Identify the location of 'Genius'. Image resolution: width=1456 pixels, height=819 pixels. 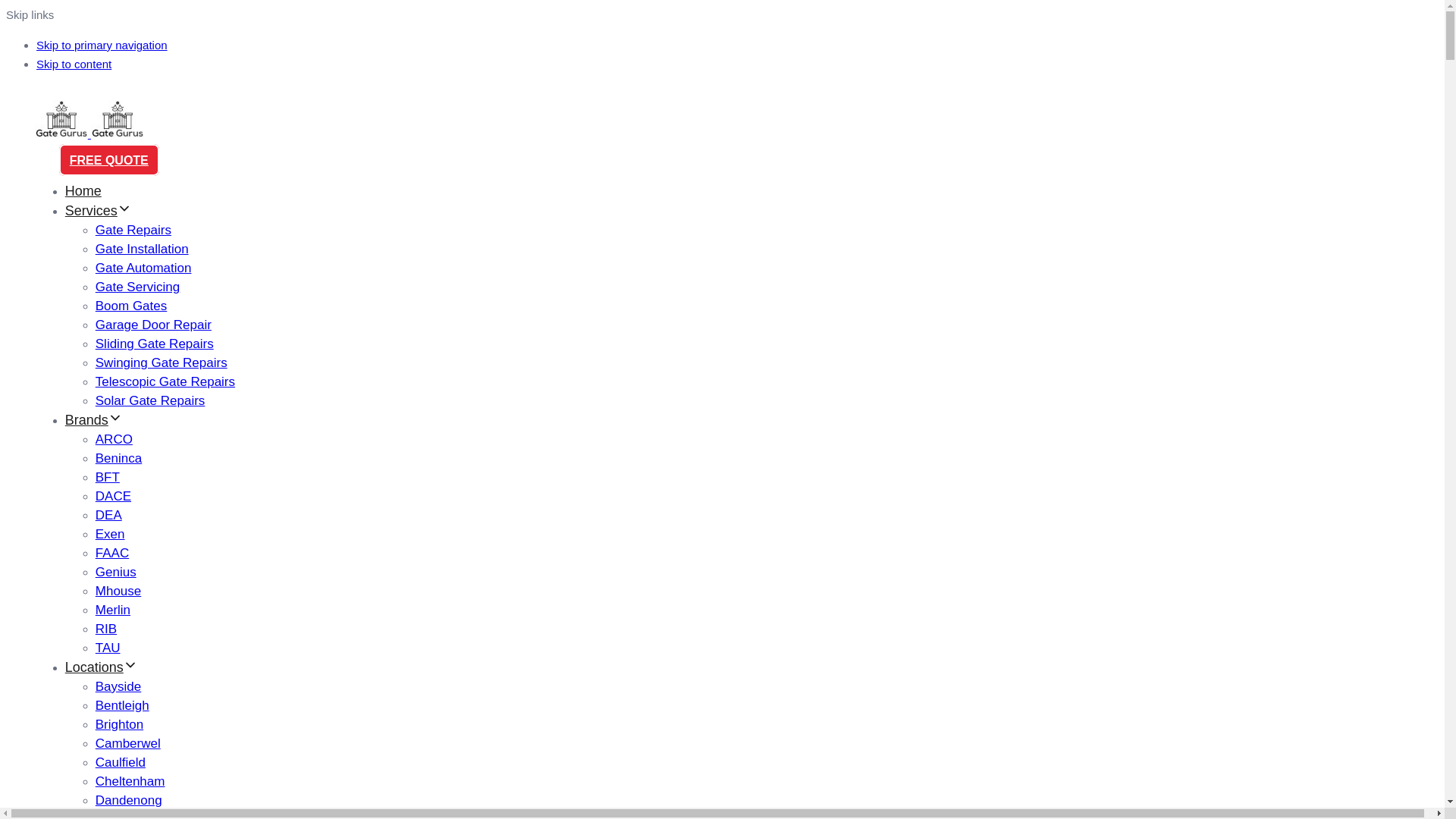
(115, 572).